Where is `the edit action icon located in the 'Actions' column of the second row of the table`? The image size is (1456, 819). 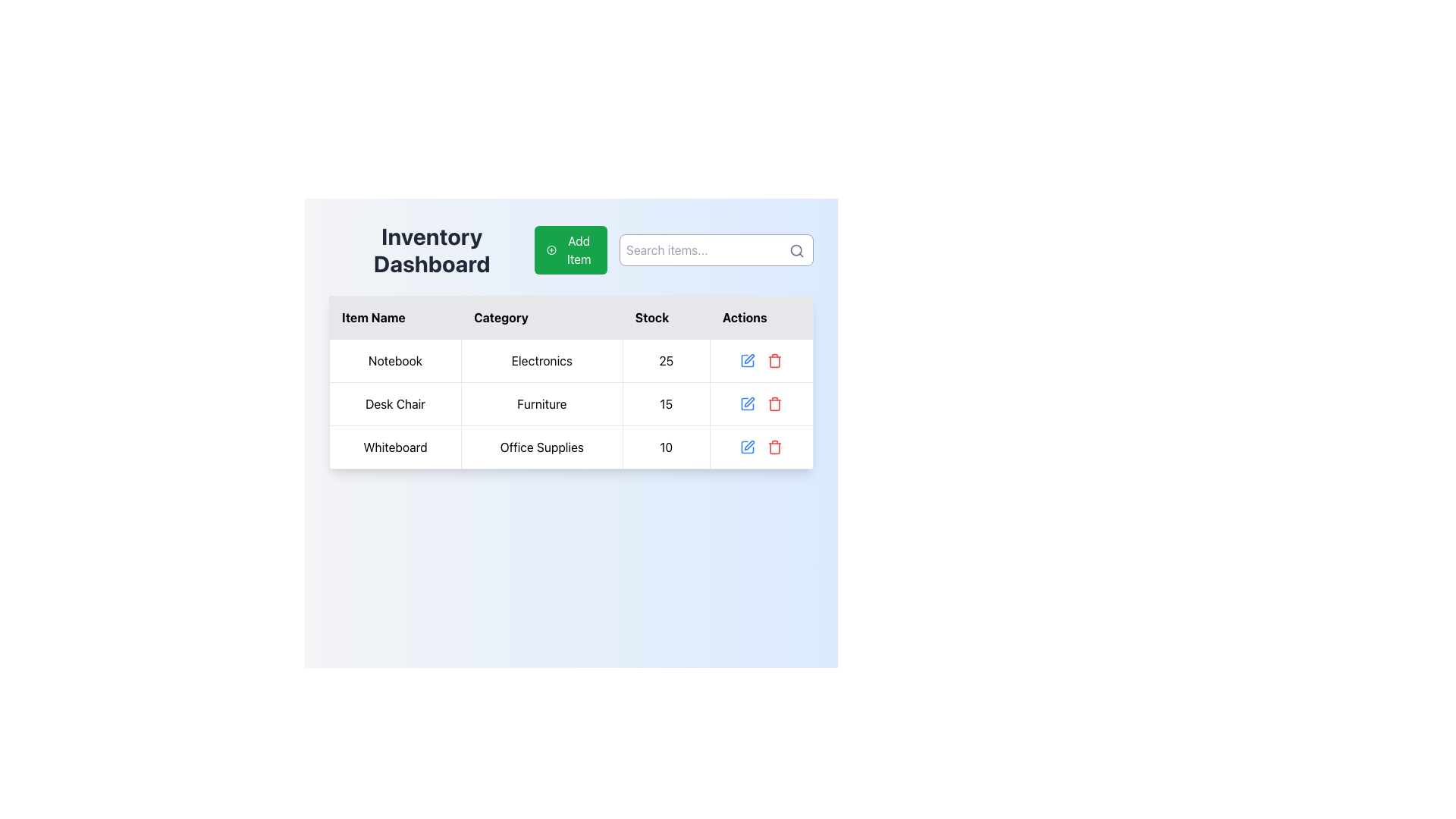 the edit action icon located in the 'Actions' column of the second row of the table is located at coordinates (749, 401).